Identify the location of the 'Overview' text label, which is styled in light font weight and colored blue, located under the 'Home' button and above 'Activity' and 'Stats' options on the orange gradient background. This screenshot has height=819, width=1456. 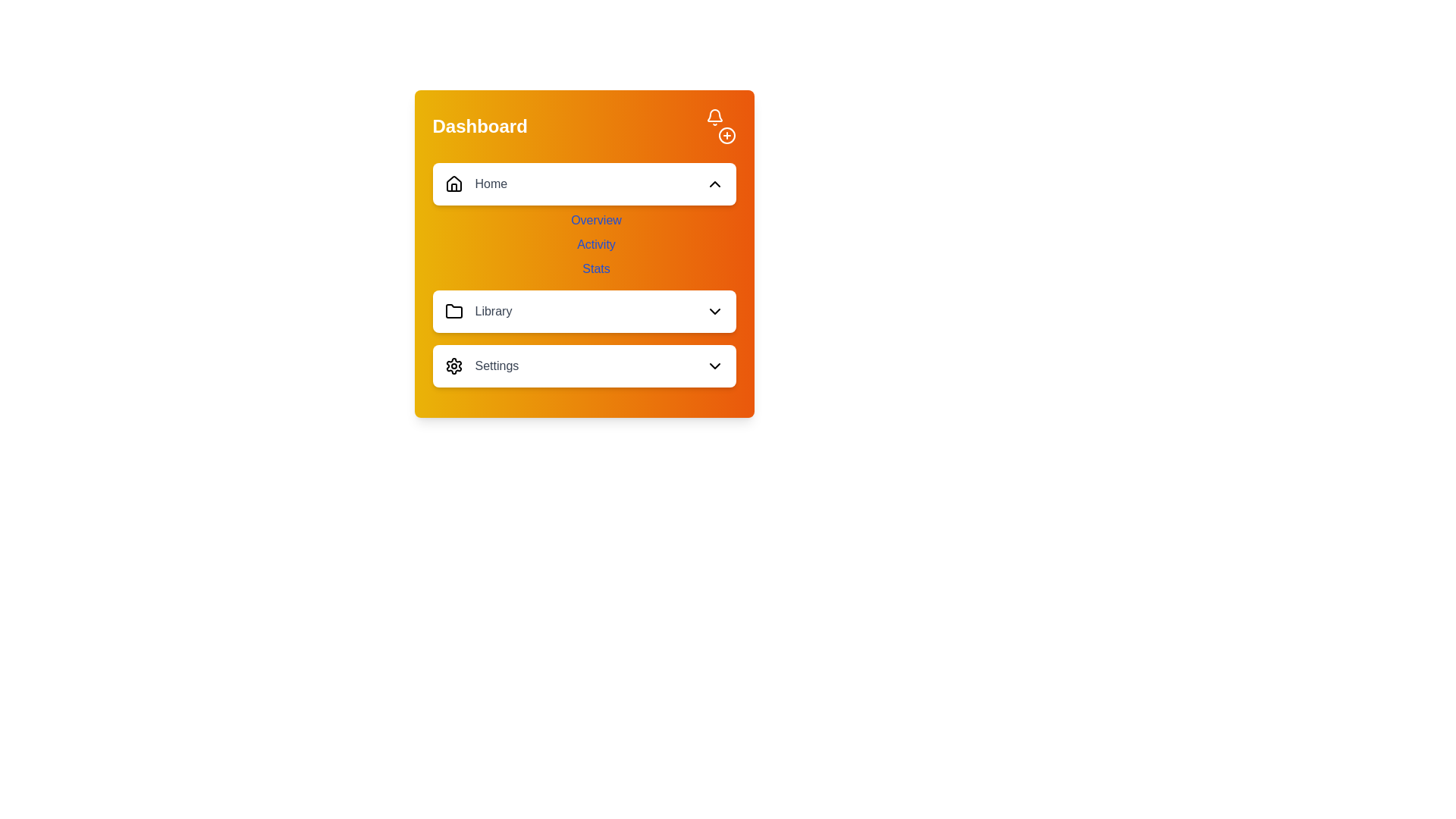
(595, 220).